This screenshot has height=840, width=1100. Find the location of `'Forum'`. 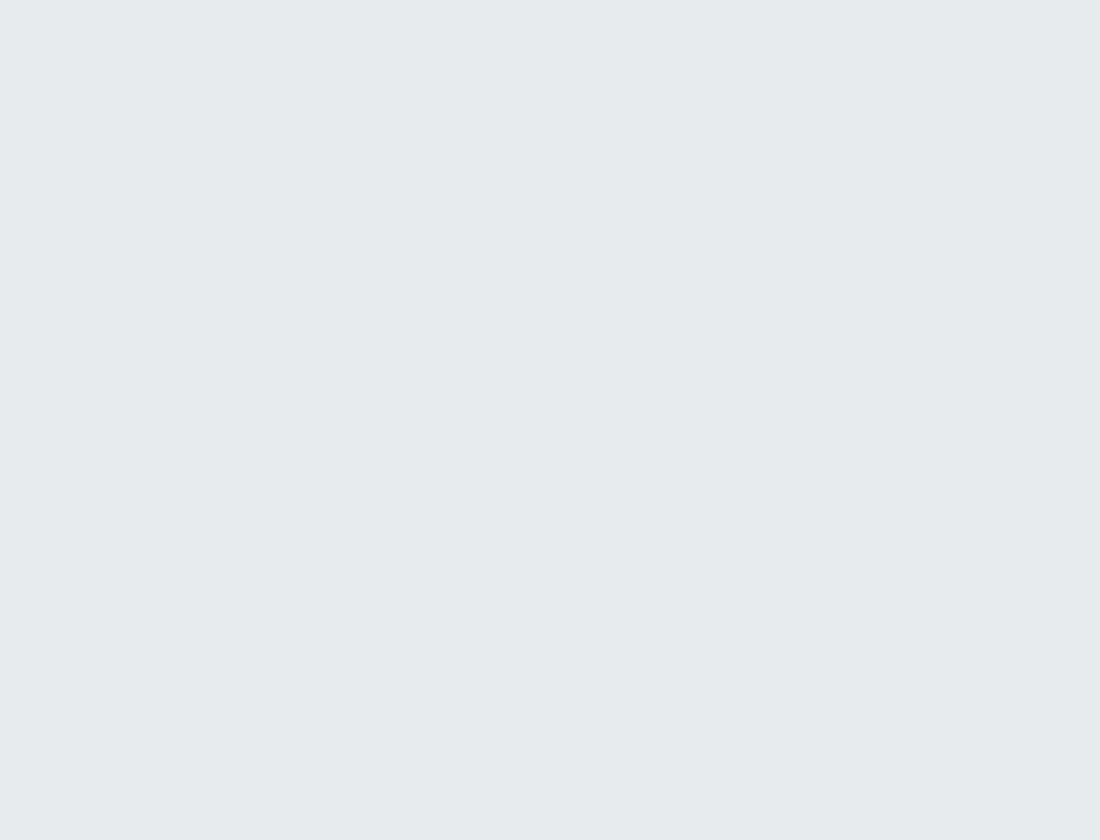

'Forum' is located at coordinates (746, 663).